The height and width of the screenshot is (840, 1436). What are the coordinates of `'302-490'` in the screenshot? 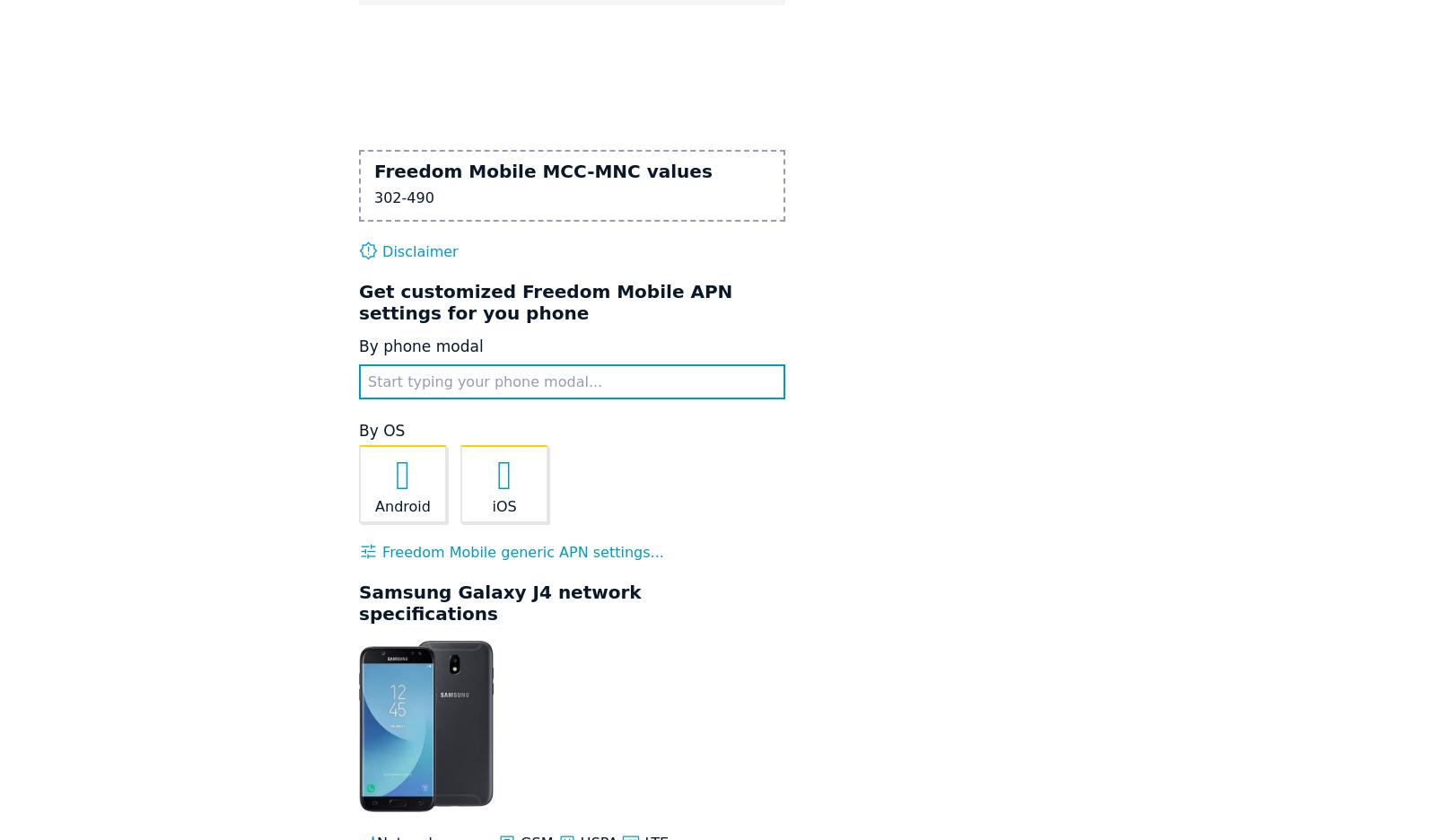 It's located at (372, 197).